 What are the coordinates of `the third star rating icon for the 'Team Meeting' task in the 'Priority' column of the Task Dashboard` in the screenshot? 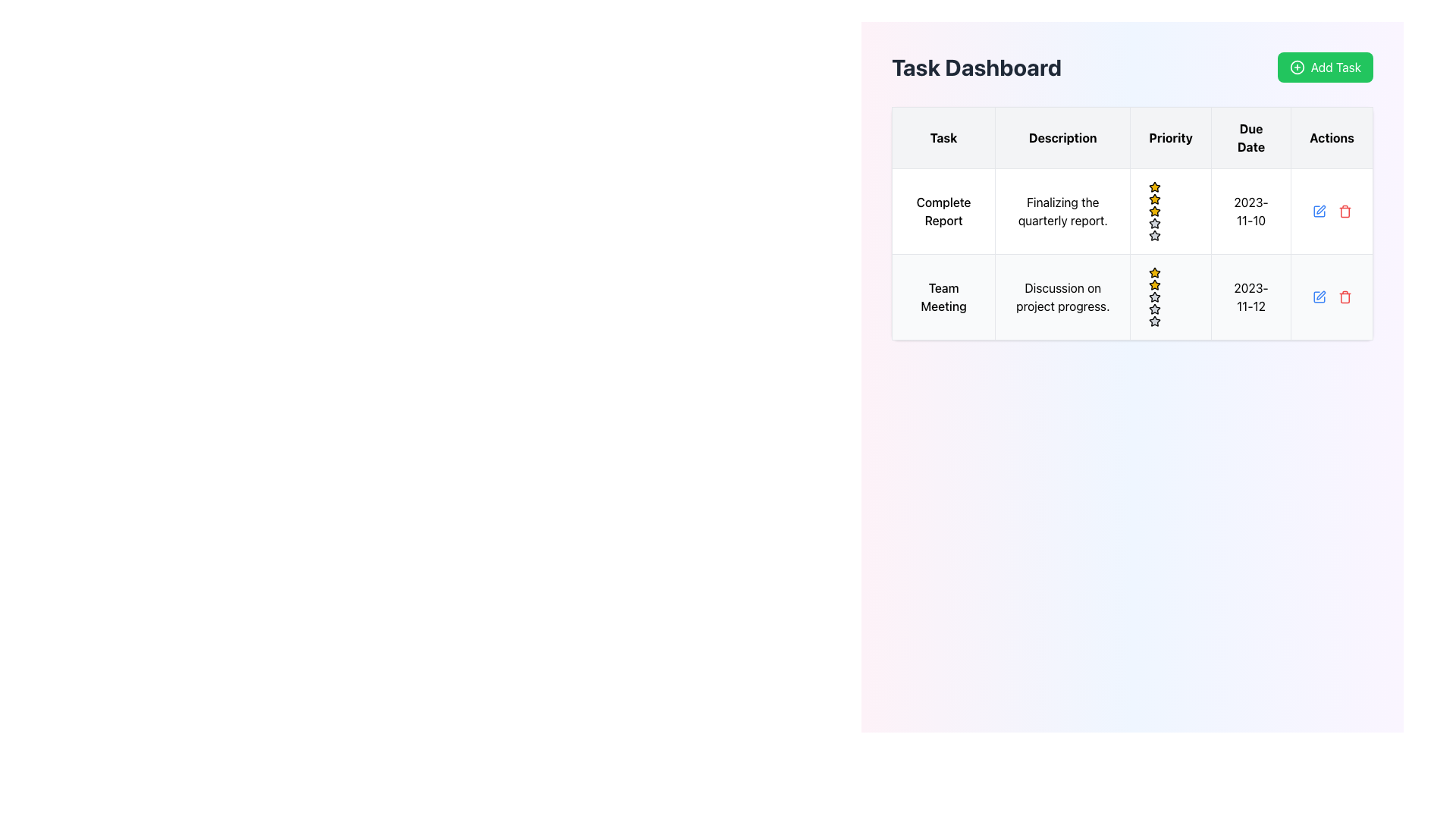 It's located at (1154, 320).